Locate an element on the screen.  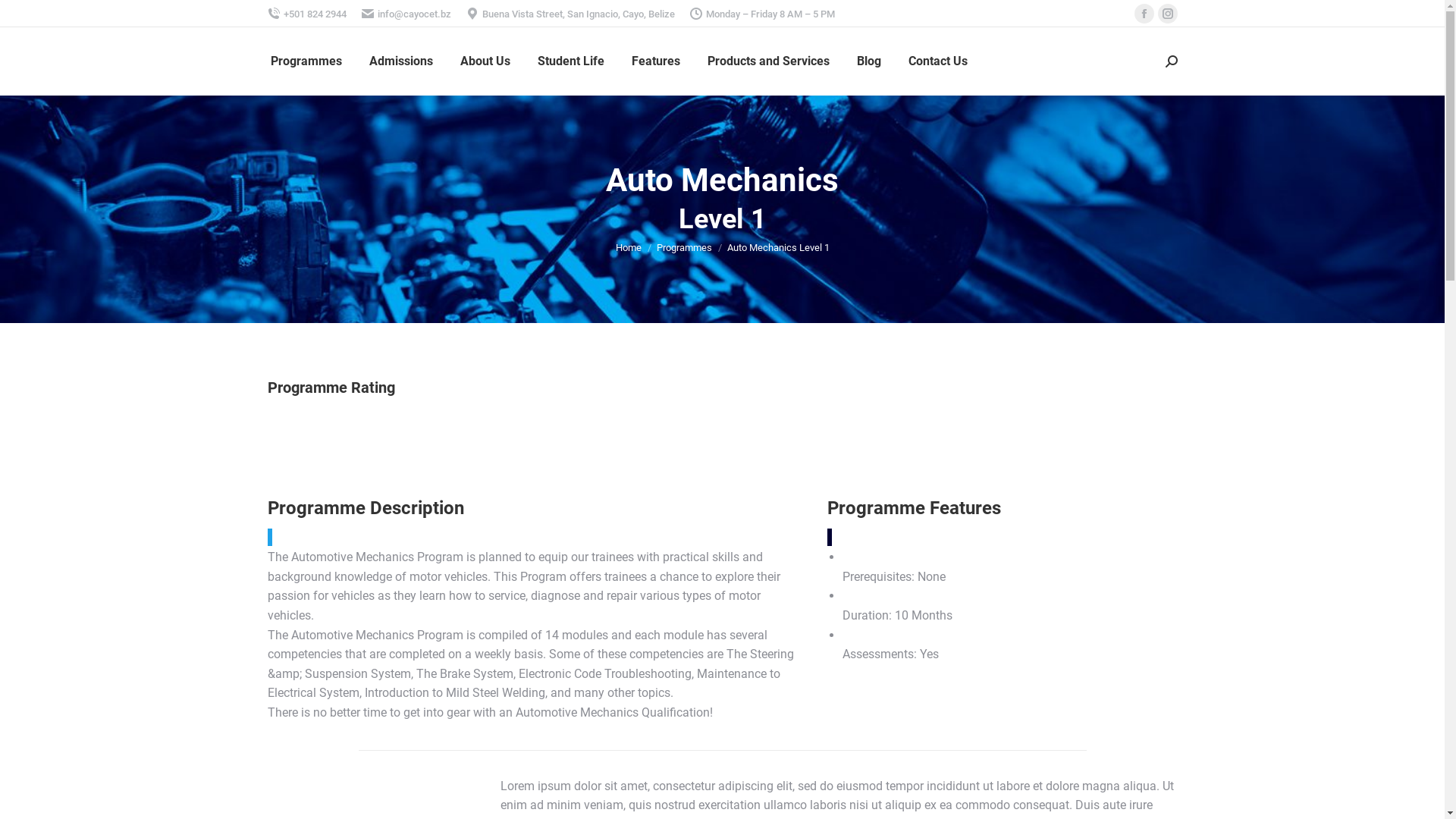
'Features' is located at coordinates (655, 61).